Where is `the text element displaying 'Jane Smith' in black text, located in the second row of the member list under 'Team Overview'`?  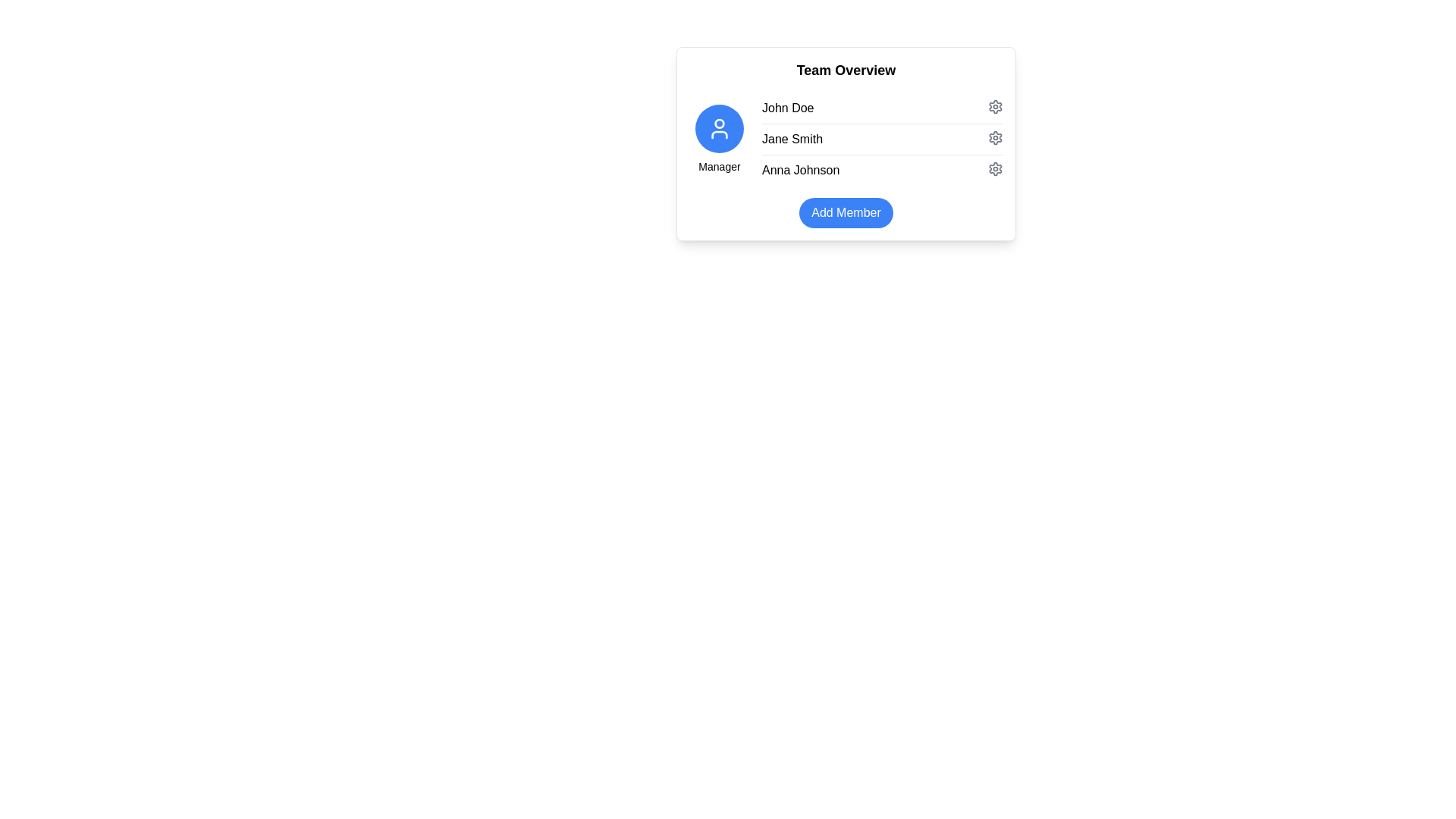
the text element displaying 'Jane Smith' in black text, located in the second row of the member list under 'Team Overview' is located at coordinates (792, 140).